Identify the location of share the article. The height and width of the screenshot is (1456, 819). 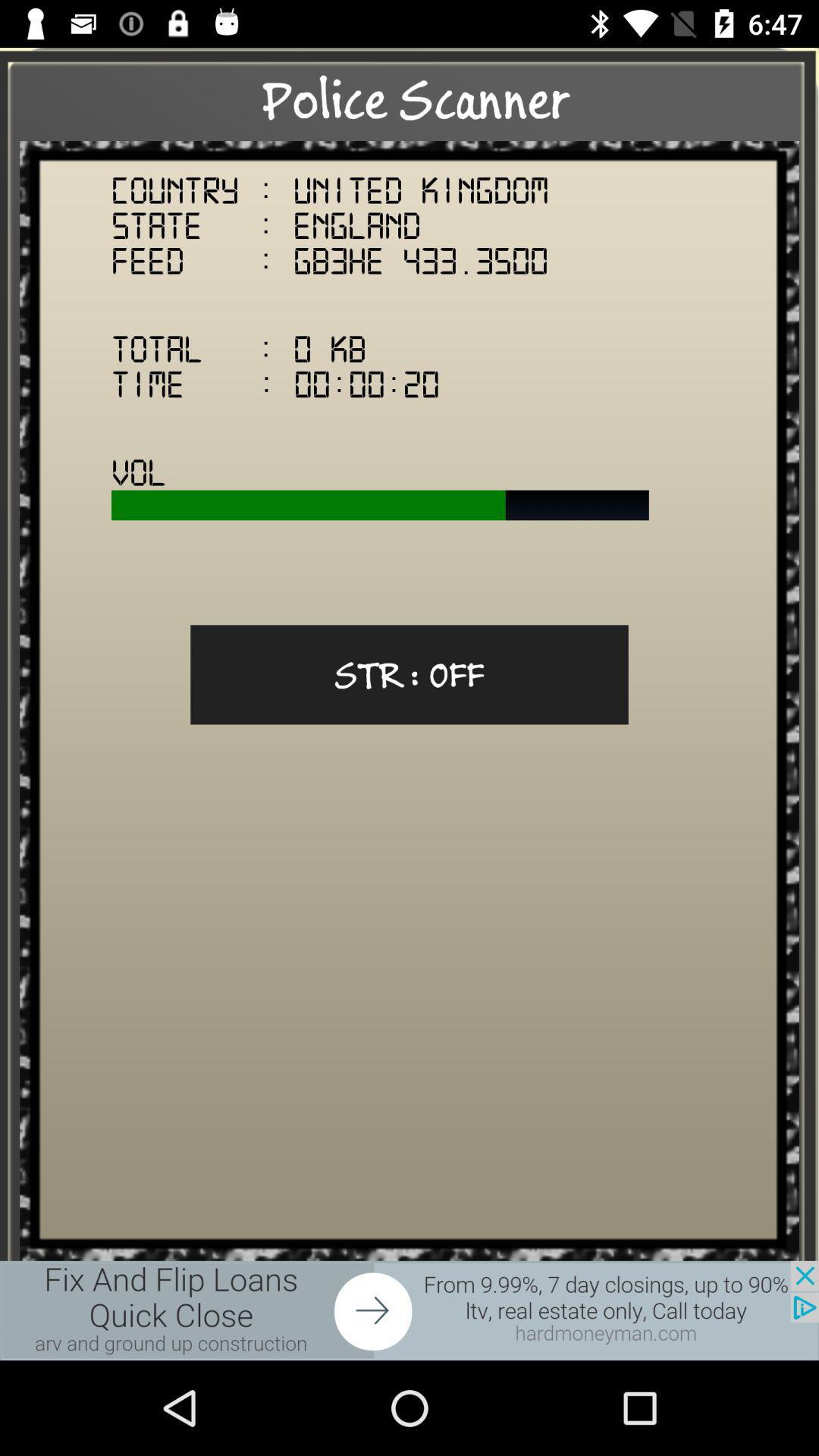
(409, 1310).